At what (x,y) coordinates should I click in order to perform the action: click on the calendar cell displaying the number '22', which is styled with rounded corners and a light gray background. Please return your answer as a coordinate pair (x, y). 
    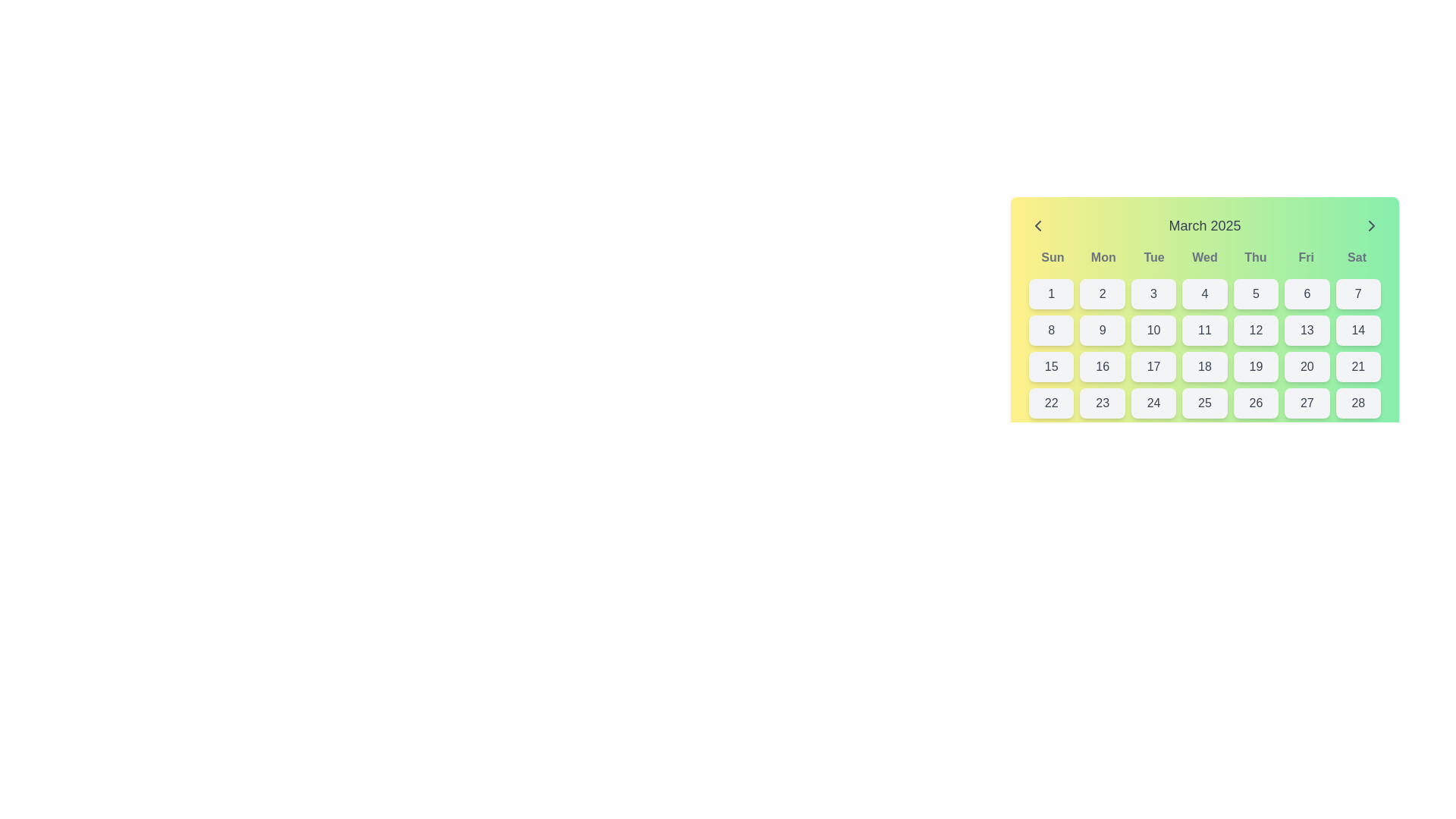
    Looking at the image, I should click on (1050, 403).